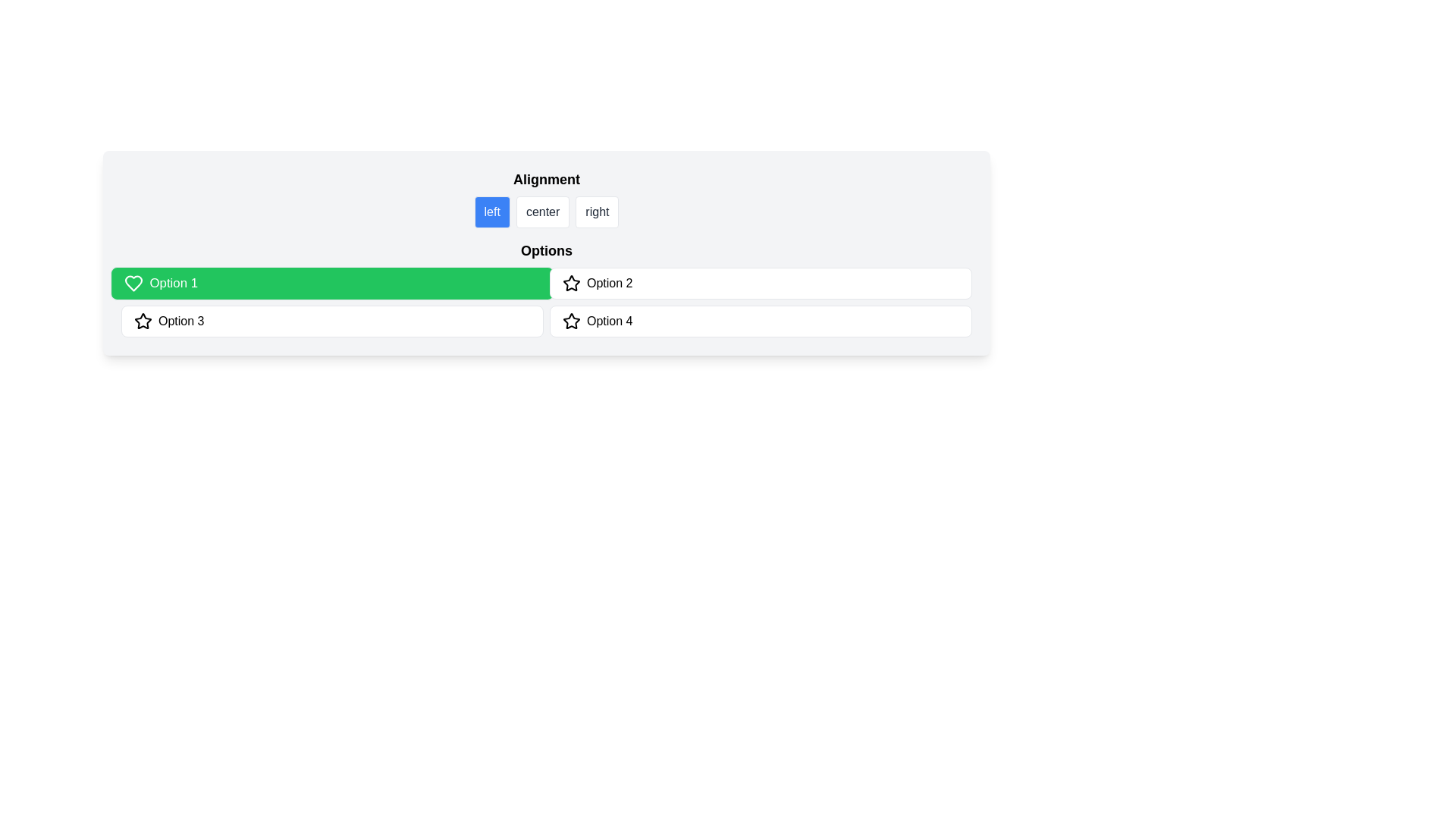  Describe the element at coordinates (143, 320) in the screenshot. I see `the interactive star icon, located immediately to the left of the text 'Option 2'` at that location.